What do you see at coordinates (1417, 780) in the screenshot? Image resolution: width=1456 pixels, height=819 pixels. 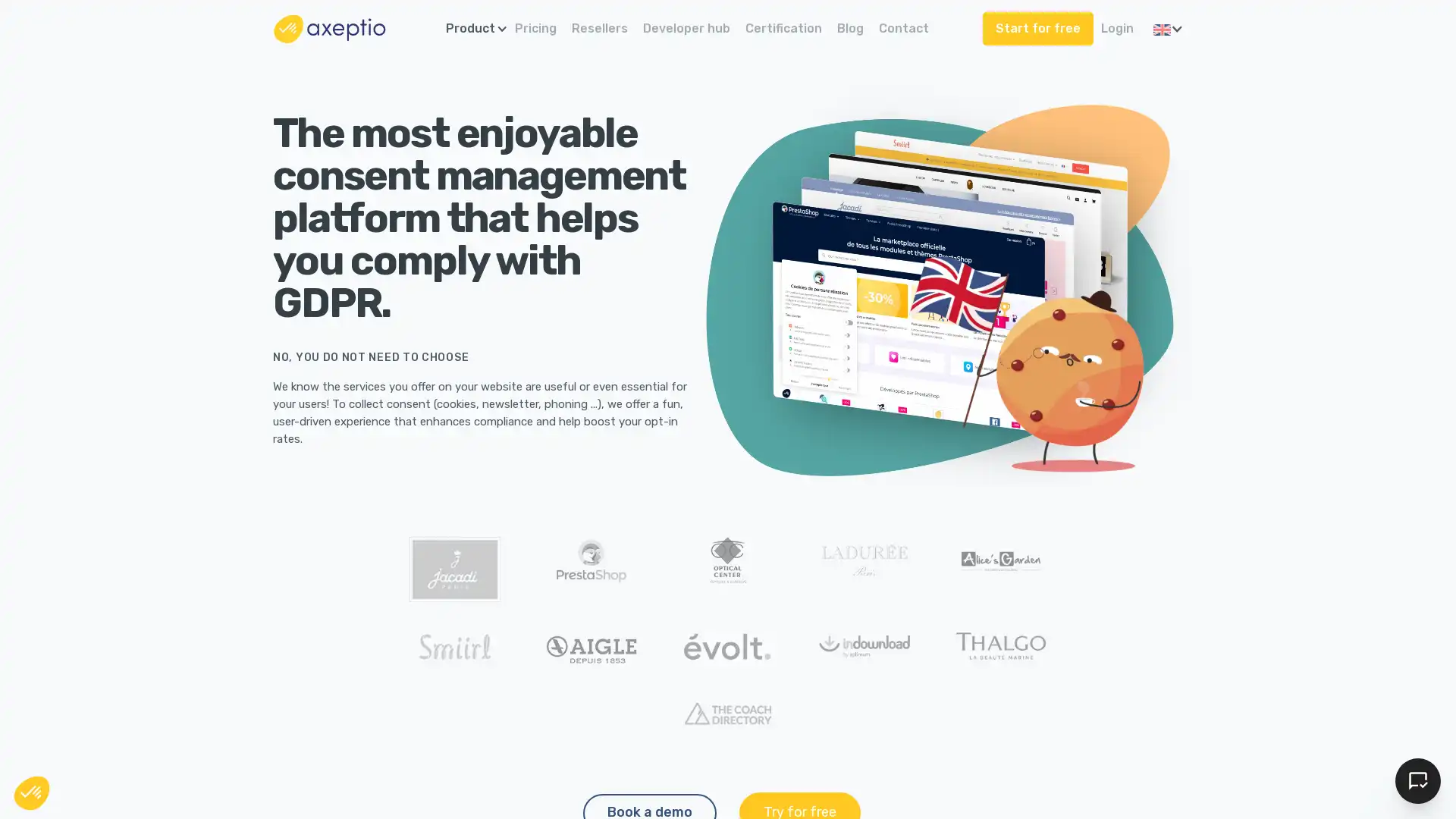 I see `Accept Cookies` at bounding box center [1417, 780].